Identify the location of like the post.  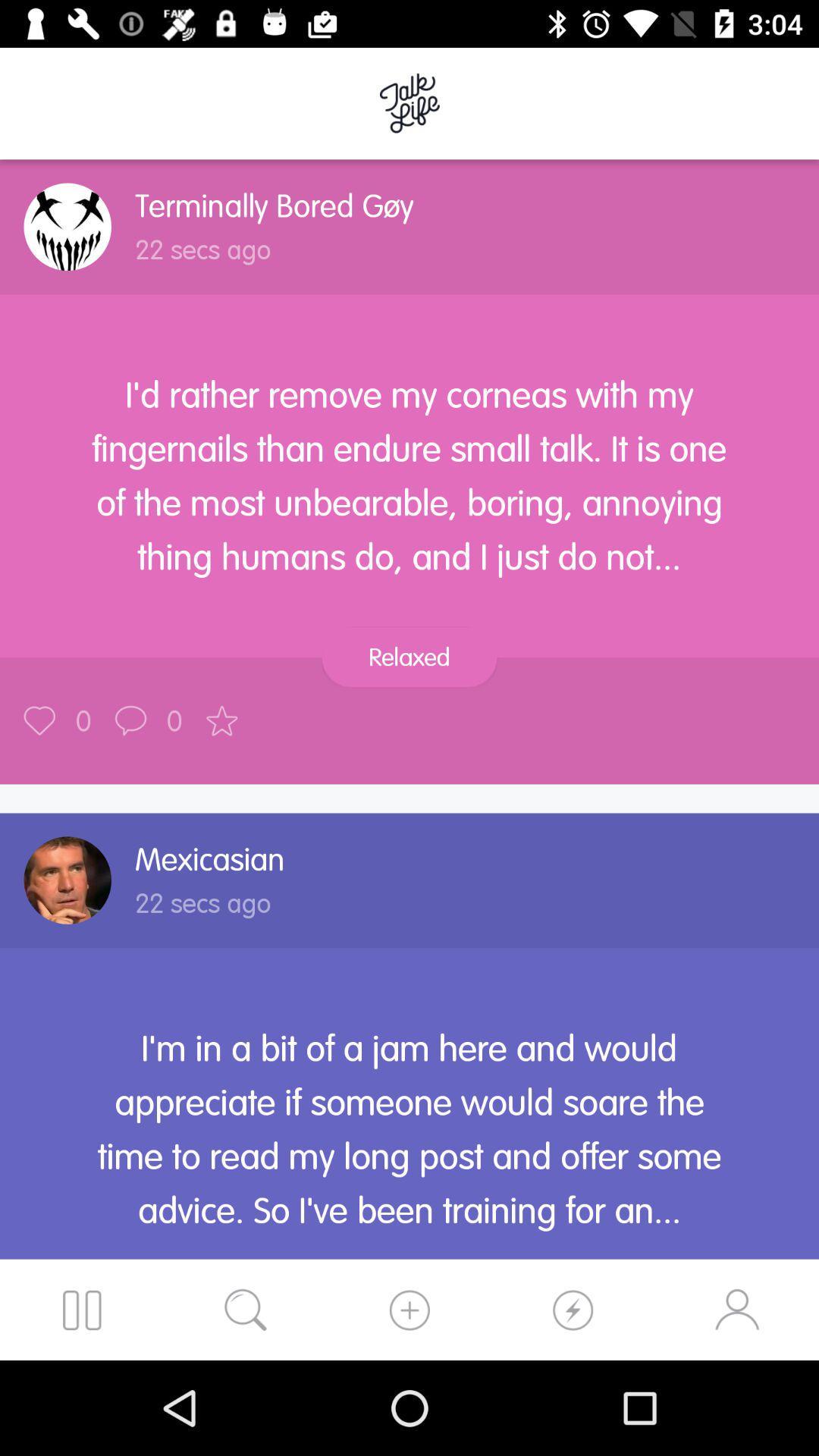
(39, 720).